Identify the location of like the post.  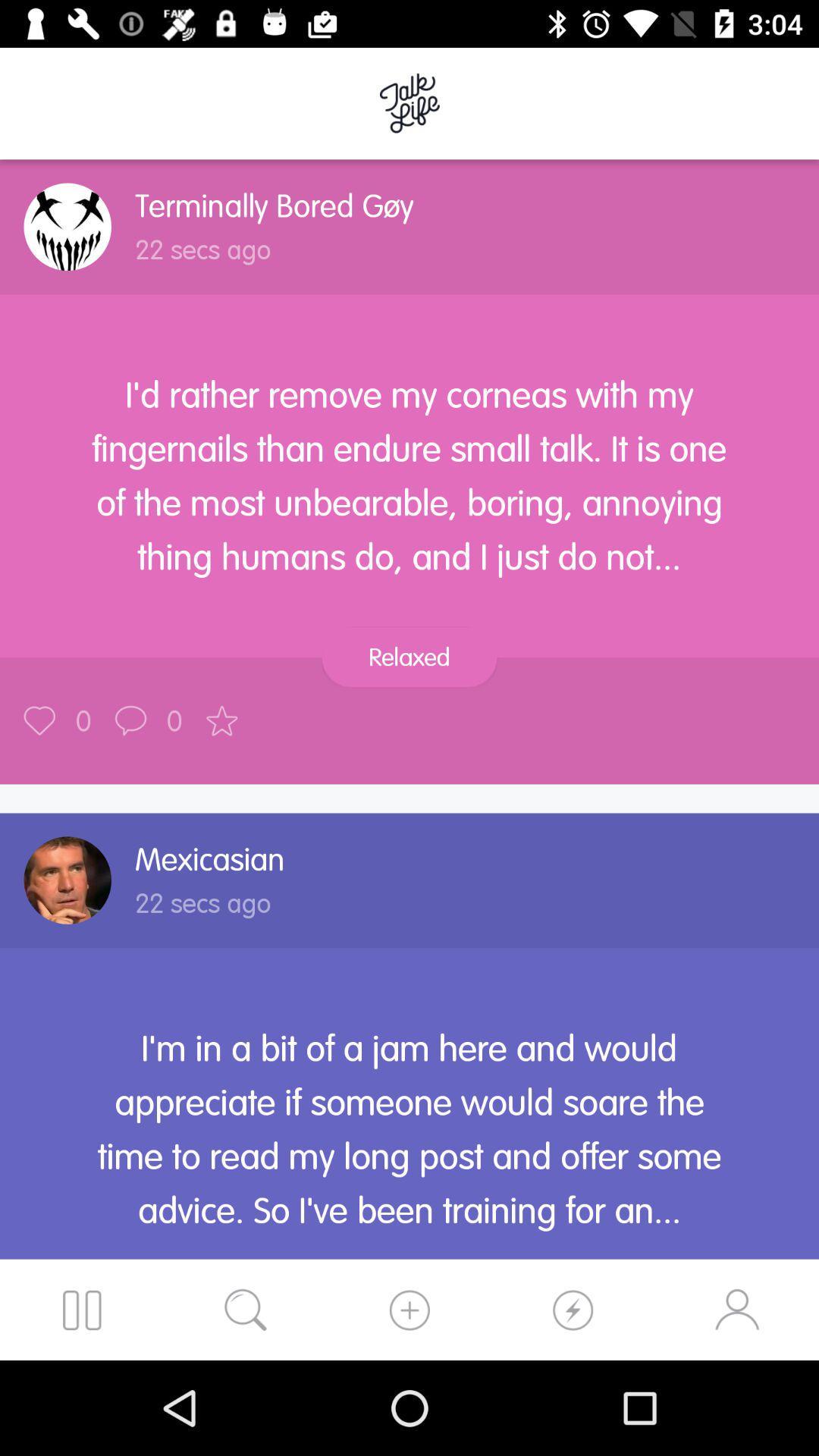
(39, 720).